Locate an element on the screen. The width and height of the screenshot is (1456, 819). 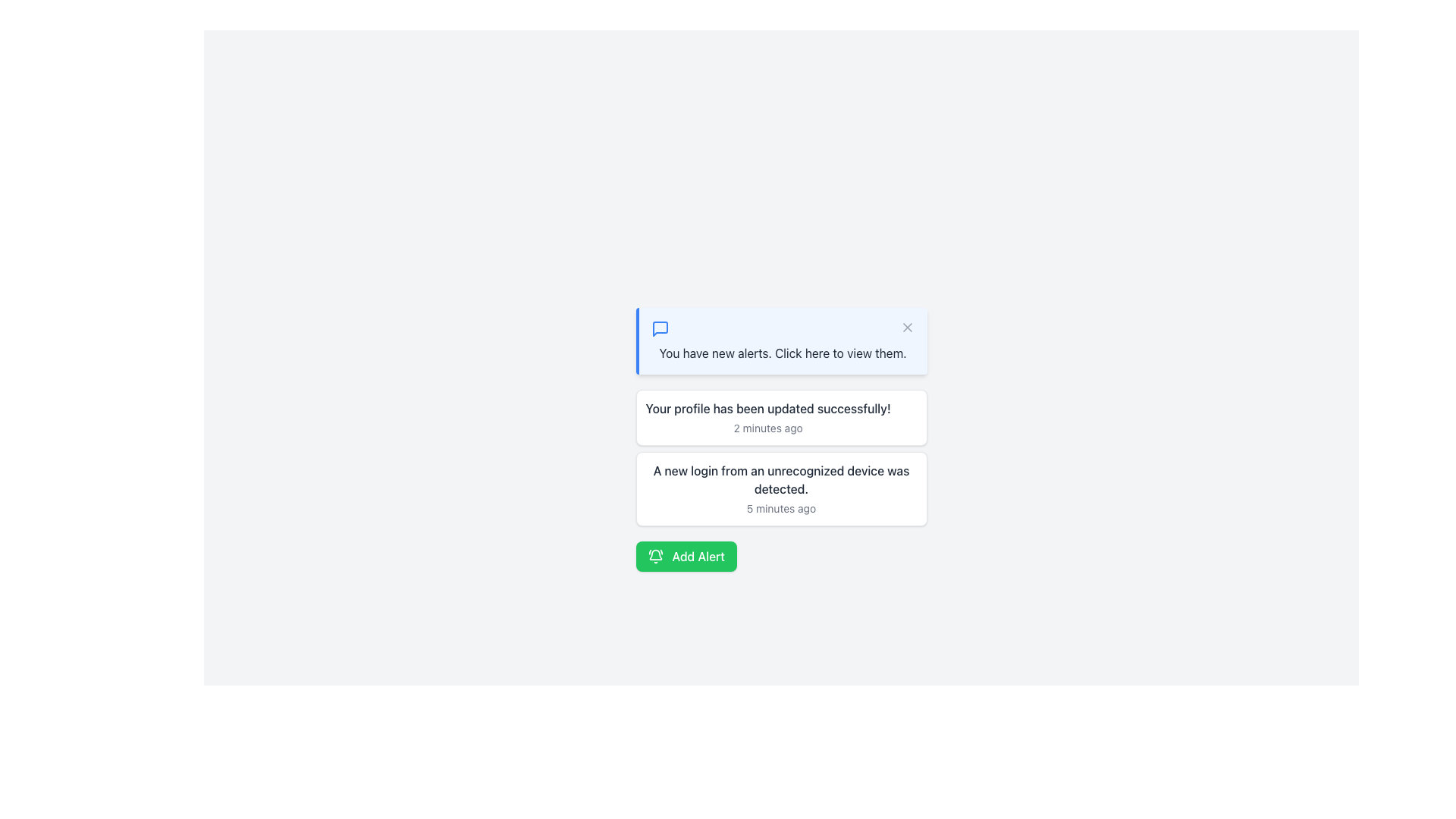
the notification message in the Notification block containing alerts about profile updates and unrecognized logins is located at coordinates (781, 457).